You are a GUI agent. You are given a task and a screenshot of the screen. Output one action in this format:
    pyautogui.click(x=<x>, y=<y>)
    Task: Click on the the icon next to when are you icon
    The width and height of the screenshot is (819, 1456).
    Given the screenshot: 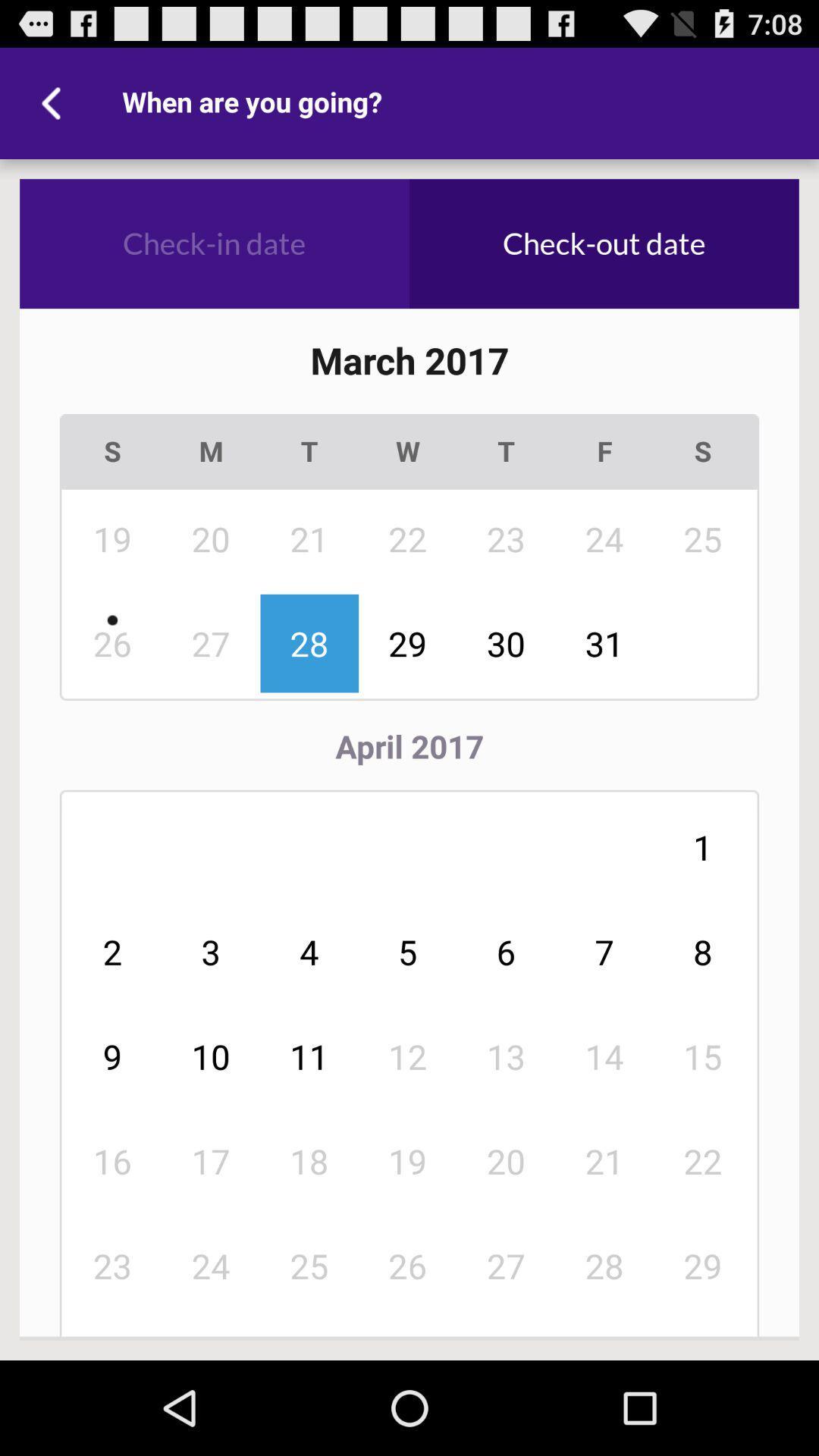 What is the action you would take?
    pyautogui.click(x=55, y=102)
    